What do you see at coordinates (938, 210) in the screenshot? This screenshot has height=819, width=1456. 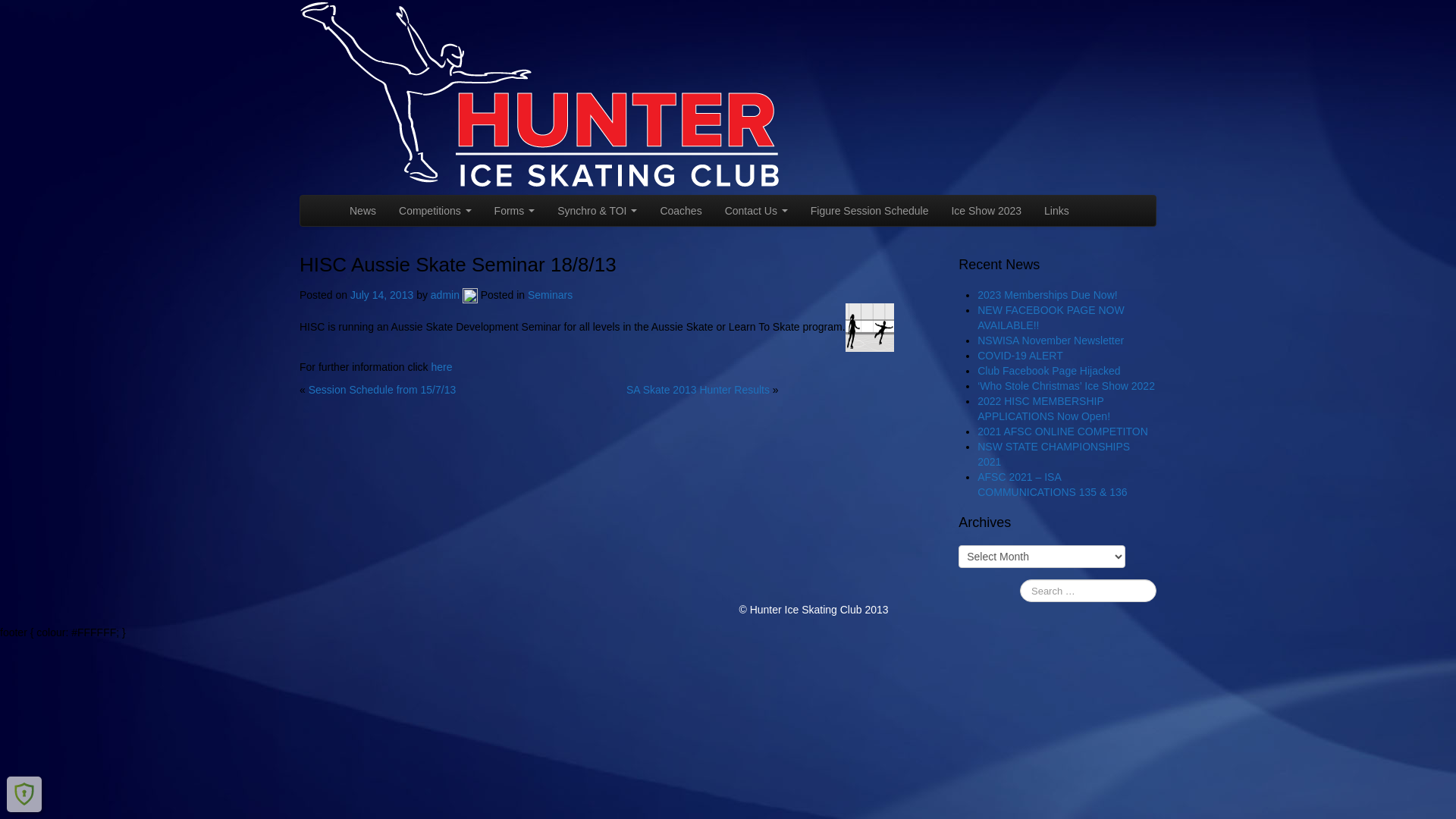 I see `'Ice Show 2023'` at bounding box center [938, 210].